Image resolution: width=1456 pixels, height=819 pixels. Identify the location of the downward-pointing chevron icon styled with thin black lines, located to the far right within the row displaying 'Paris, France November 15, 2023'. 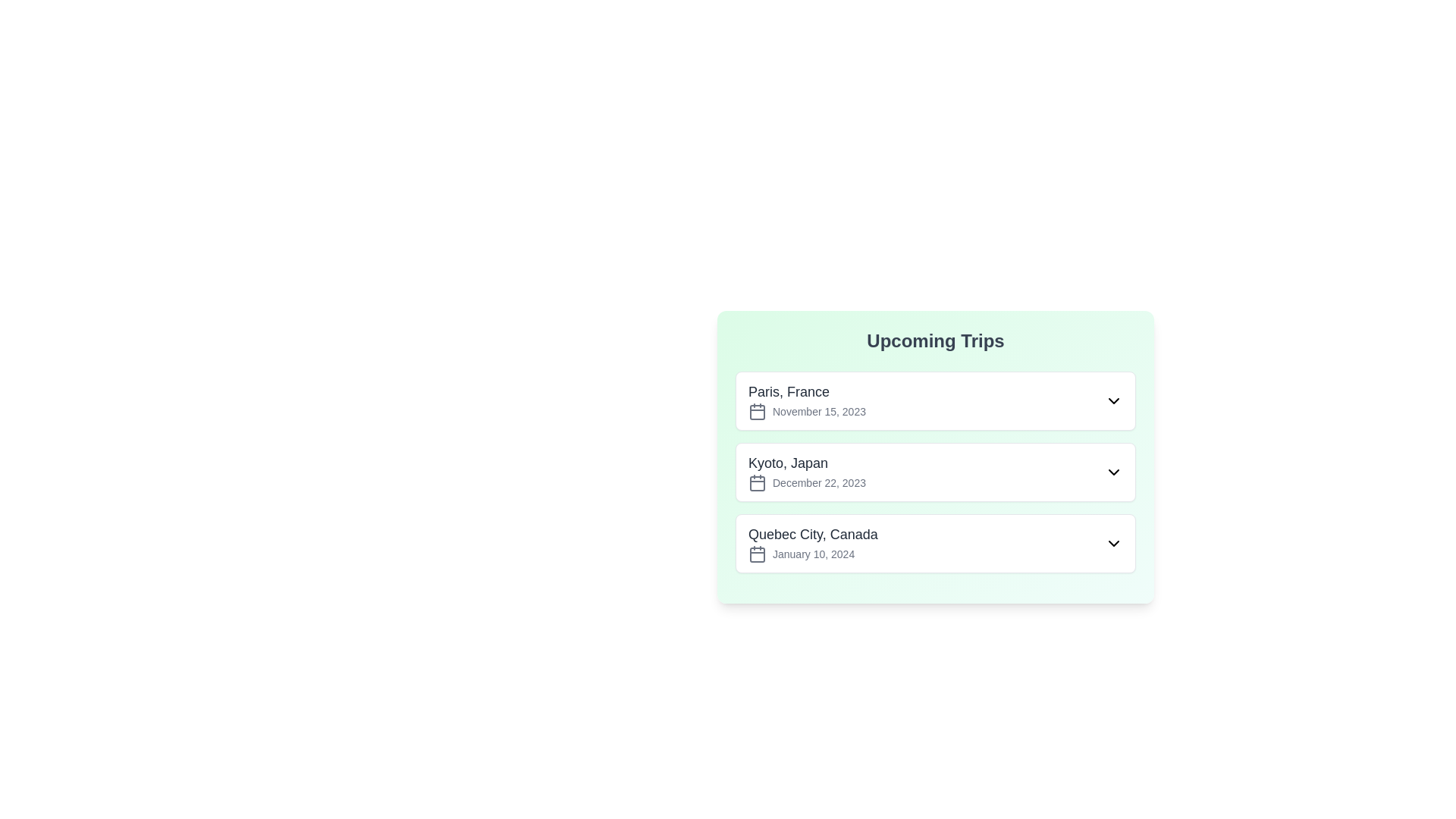
(1113, 400).